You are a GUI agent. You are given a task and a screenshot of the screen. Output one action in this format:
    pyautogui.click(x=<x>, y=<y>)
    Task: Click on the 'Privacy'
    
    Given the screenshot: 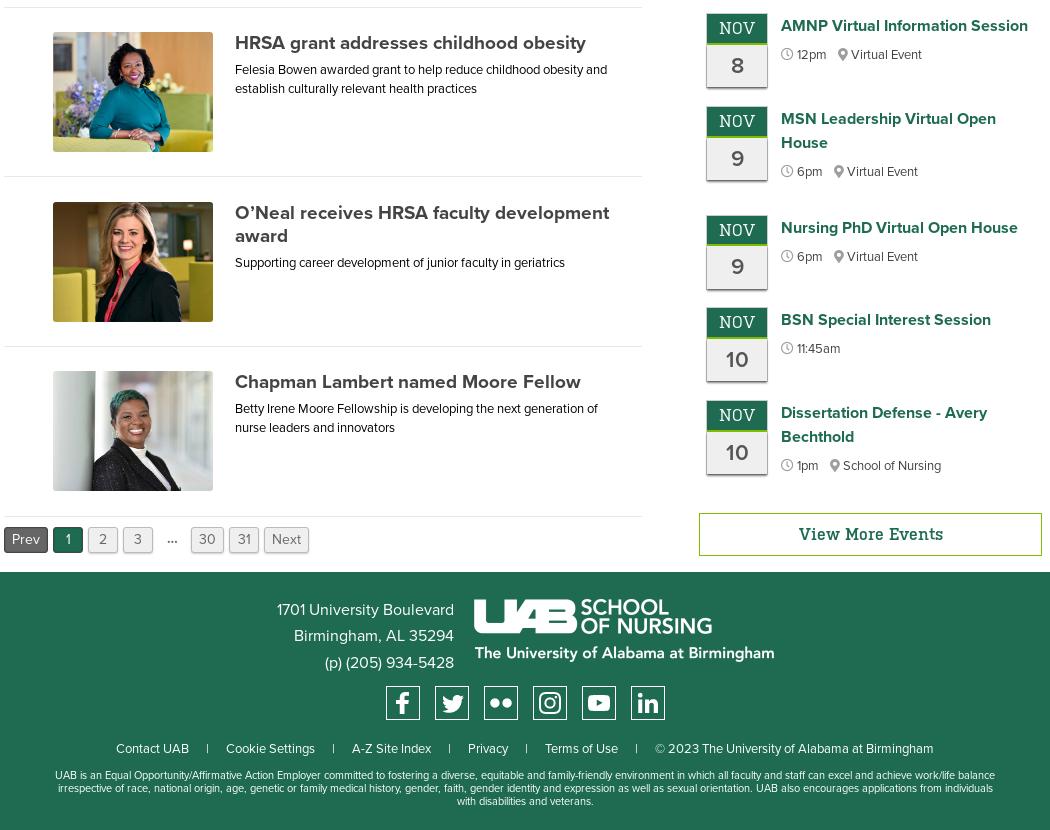 What is the action you would take?
    pyautogui.click(x=488, y=748)
    